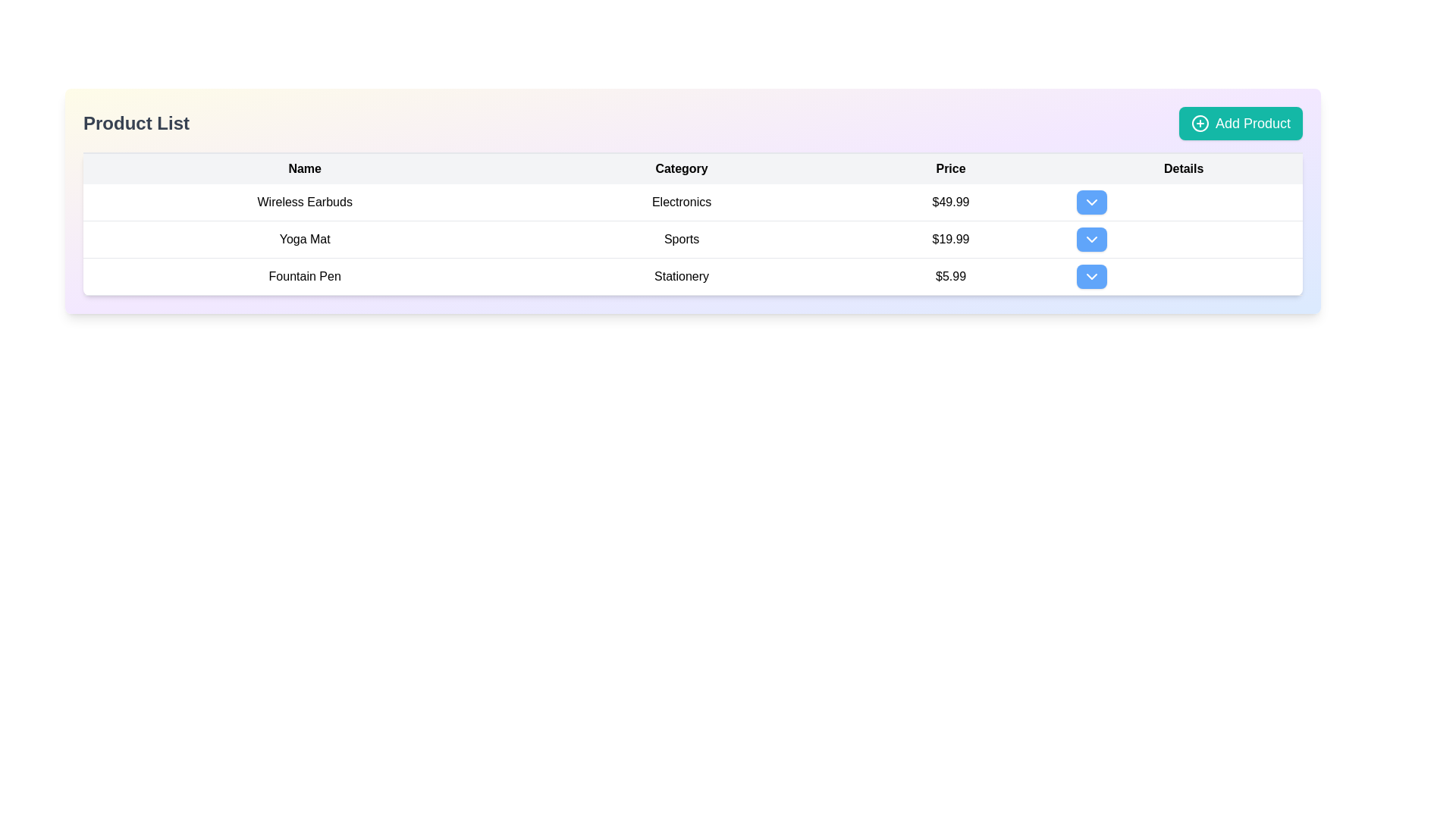  I want to click on the blue button with a chevron-down icon in white located in the 'Details' column of the first row in a table, so click(1092, 201).